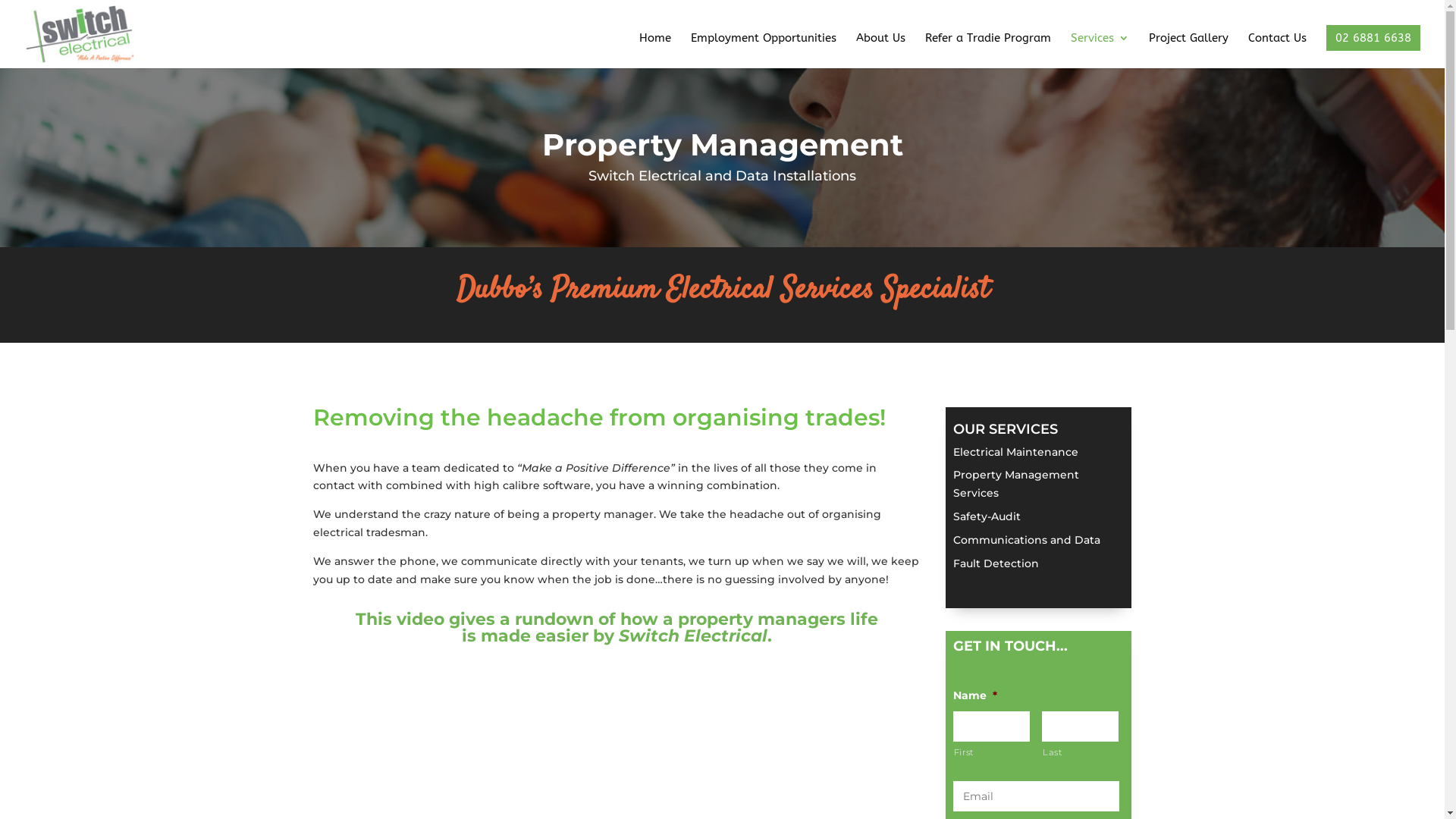 This screenshot has width=1456, height=819. Describe the element at coordinates (1015, 451) in the screenshot. I see `'Electrical Maintenance'` at that location.